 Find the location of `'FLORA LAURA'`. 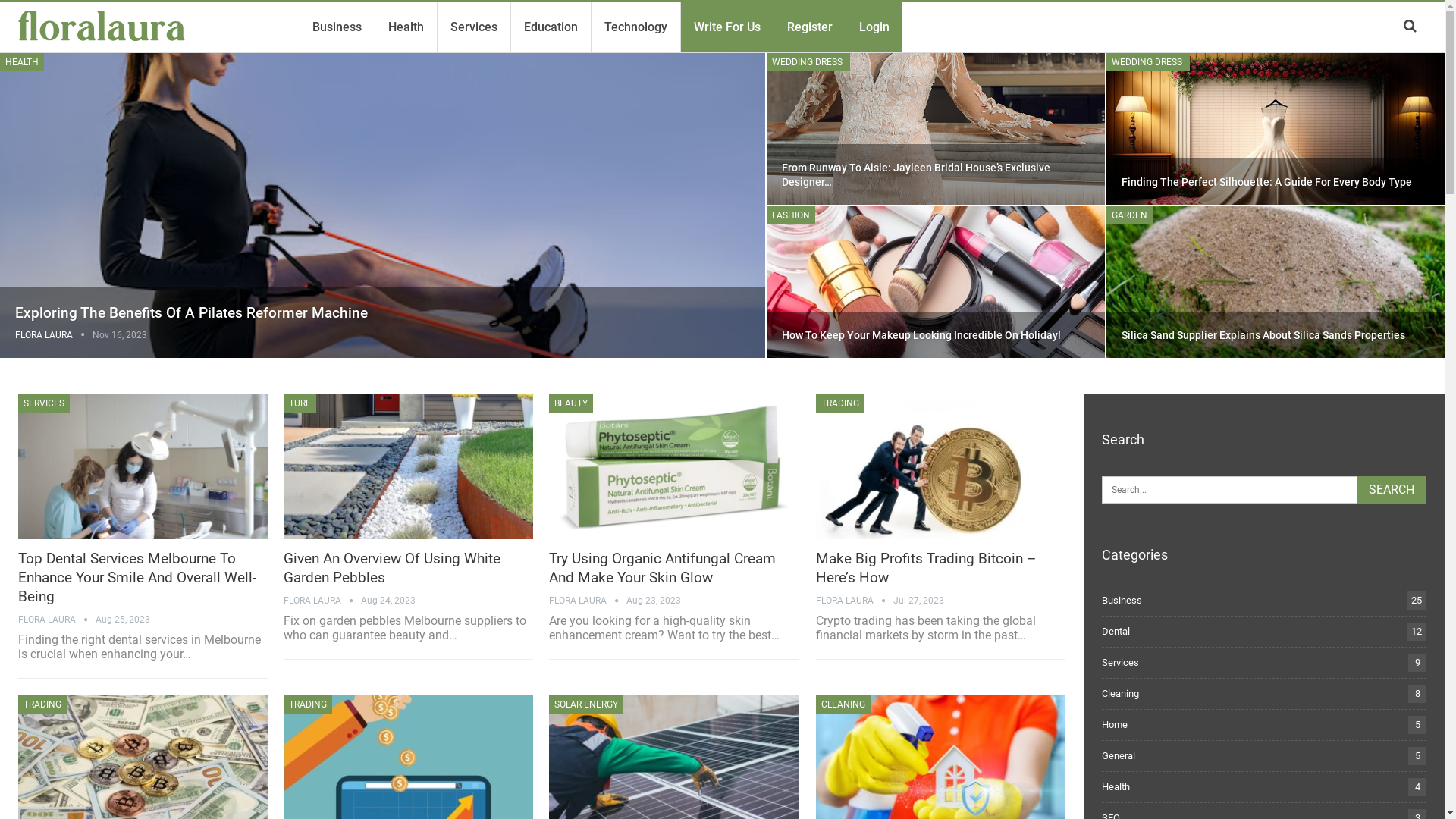

'FLORA LAURA' is located at coordinates (586, 599).